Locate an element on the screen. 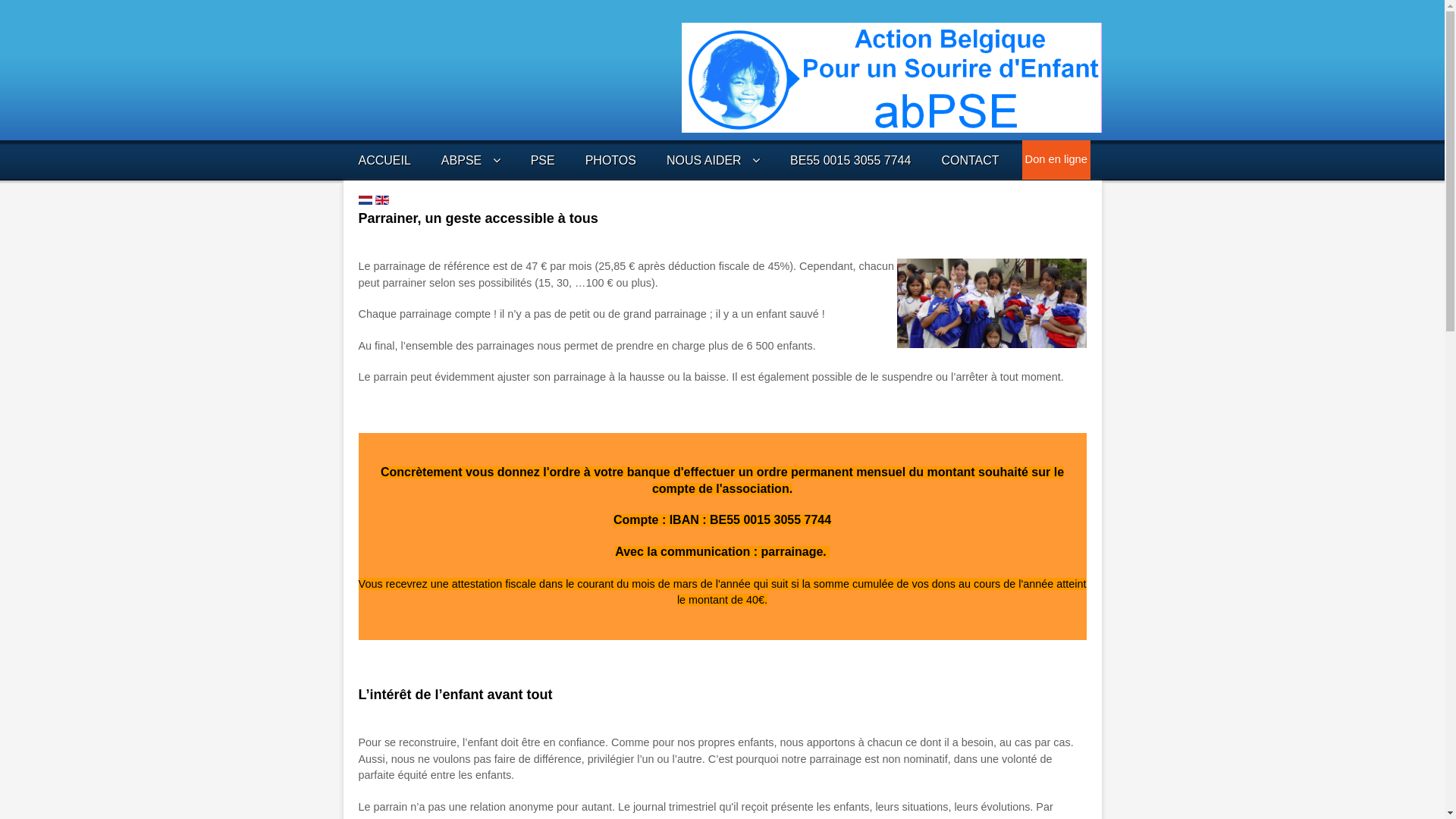 The width and height of the screenshot is (1456, 819). 'BE55 0015 3055 7744' is located at coordinates (850, 160).